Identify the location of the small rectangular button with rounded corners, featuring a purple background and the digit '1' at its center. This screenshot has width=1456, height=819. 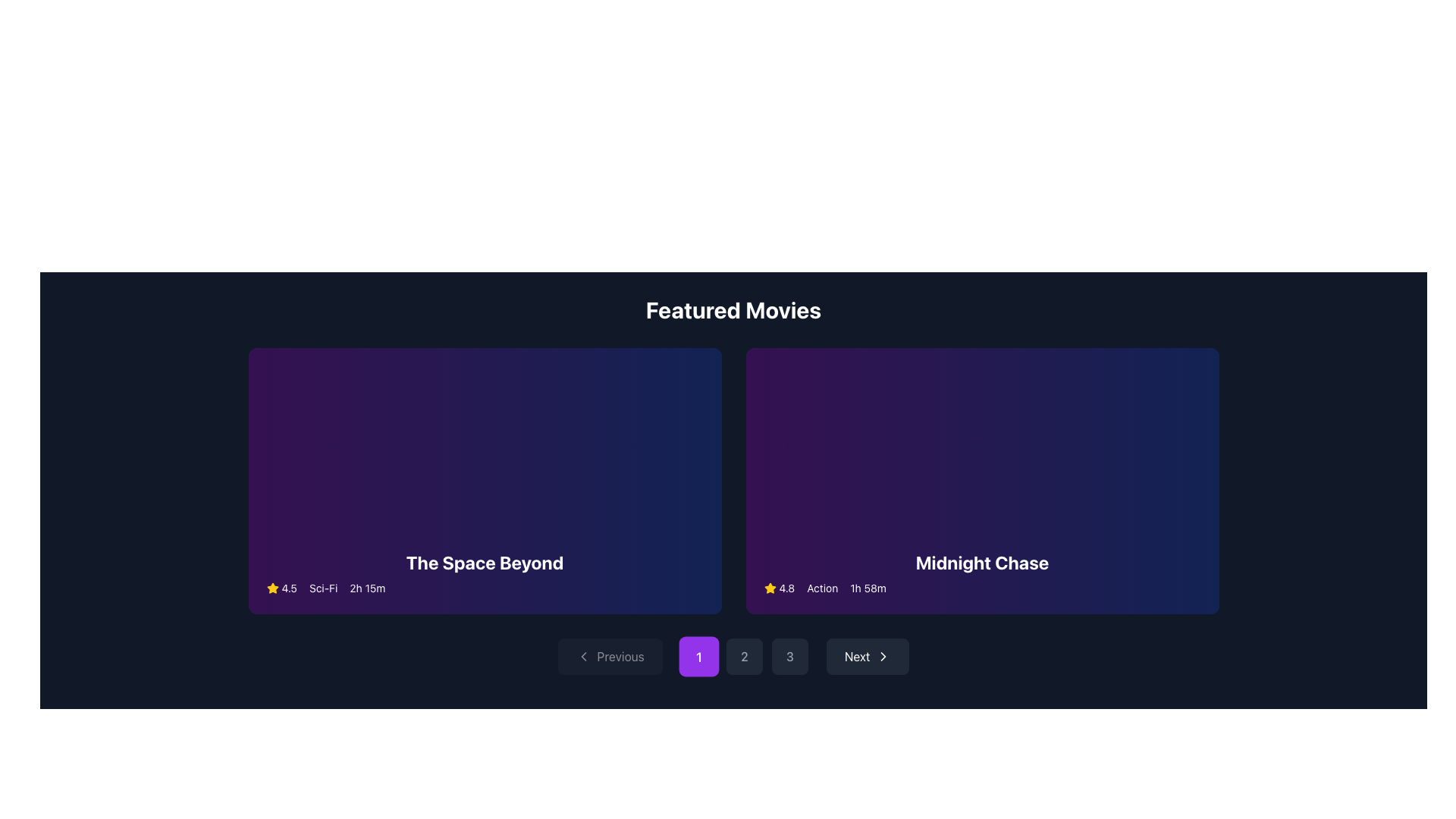
(698, 656).